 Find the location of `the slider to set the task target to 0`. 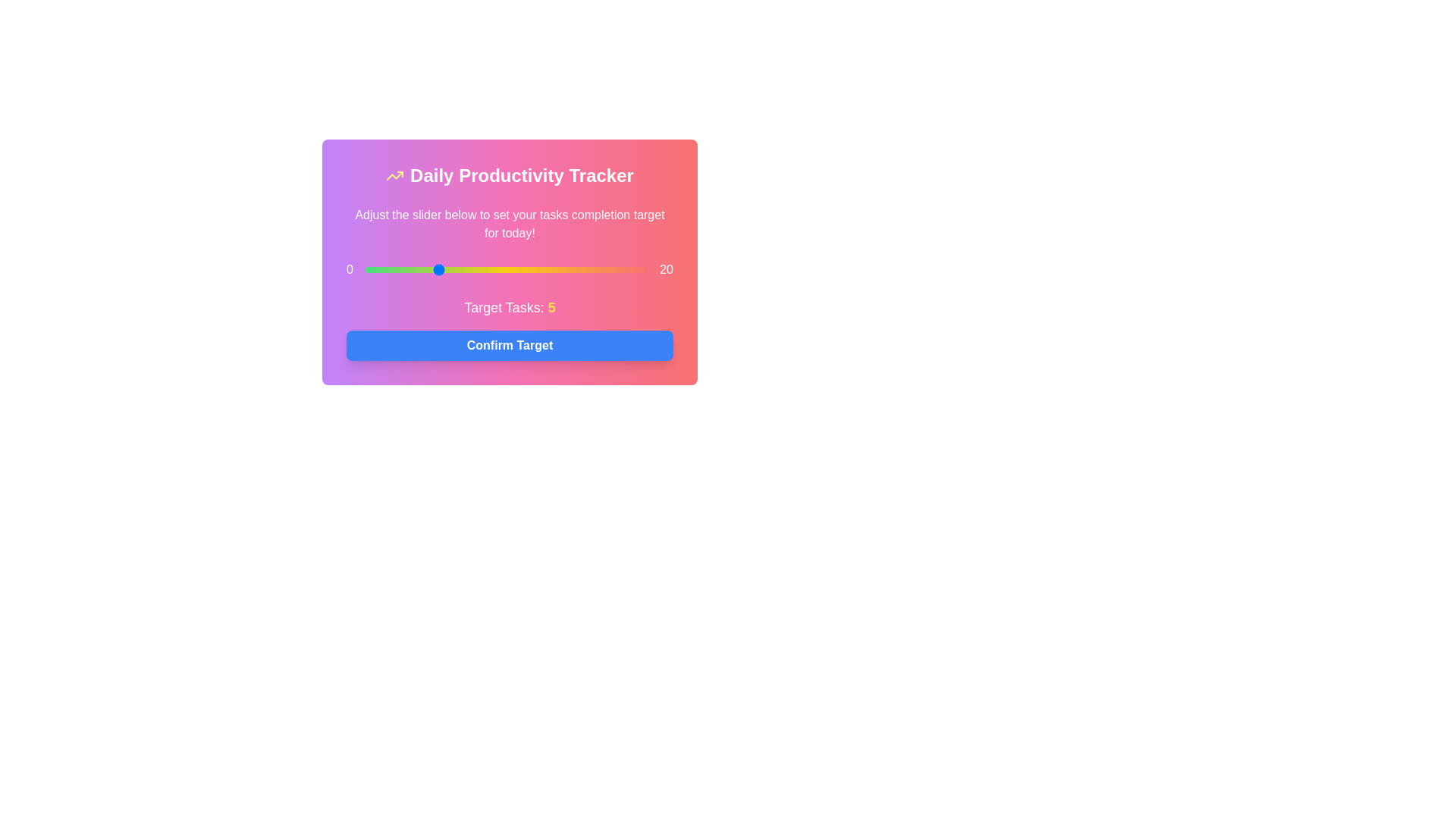

the slider to set the task target to 0 is located at coordinates (365, 268).